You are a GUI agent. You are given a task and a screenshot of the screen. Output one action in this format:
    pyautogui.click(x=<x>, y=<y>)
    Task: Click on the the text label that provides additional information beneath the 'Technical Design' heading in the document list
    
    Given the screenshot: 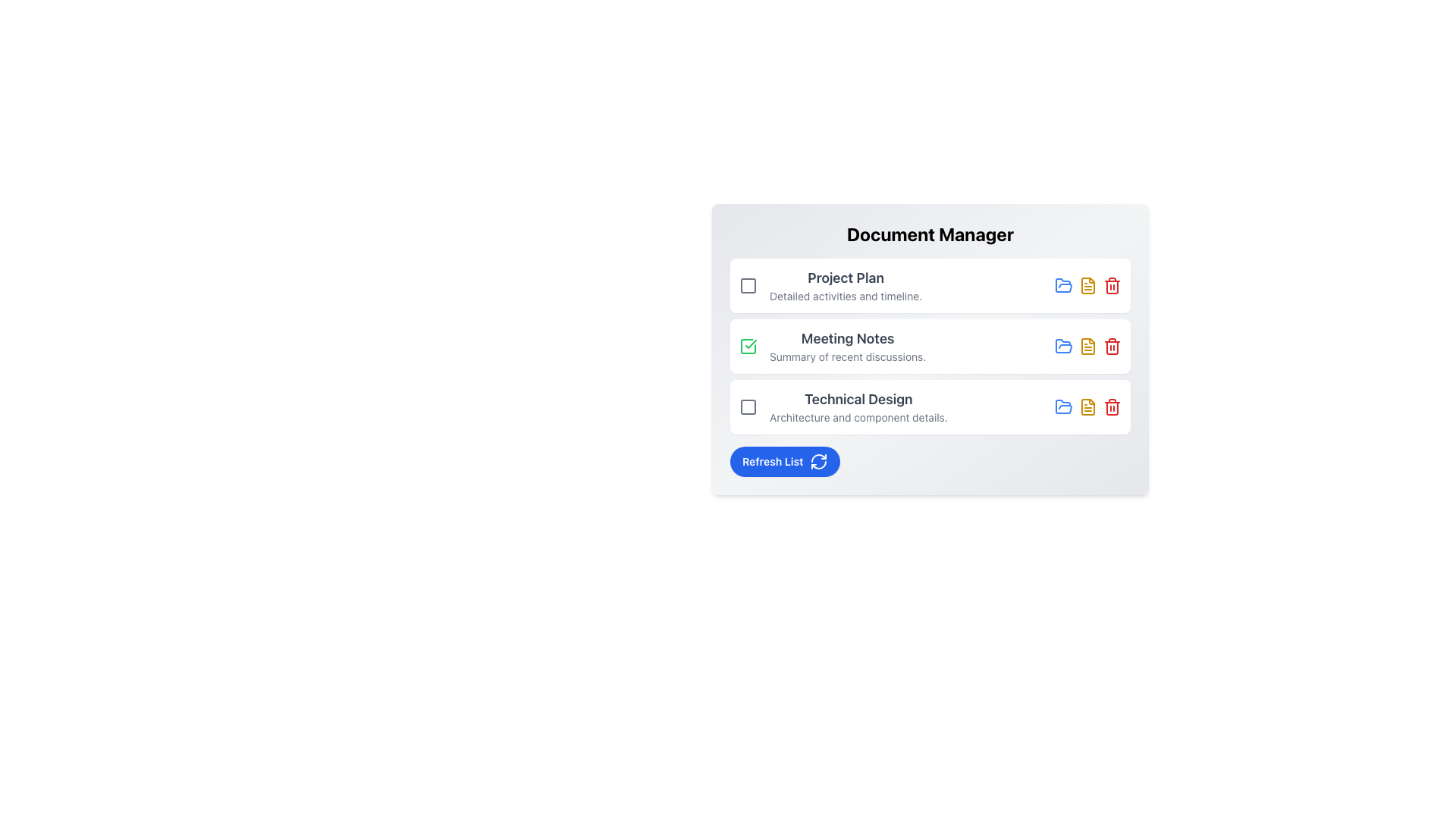 What is the action you would take?
    pyautogui.click(x=858, y=418)
    